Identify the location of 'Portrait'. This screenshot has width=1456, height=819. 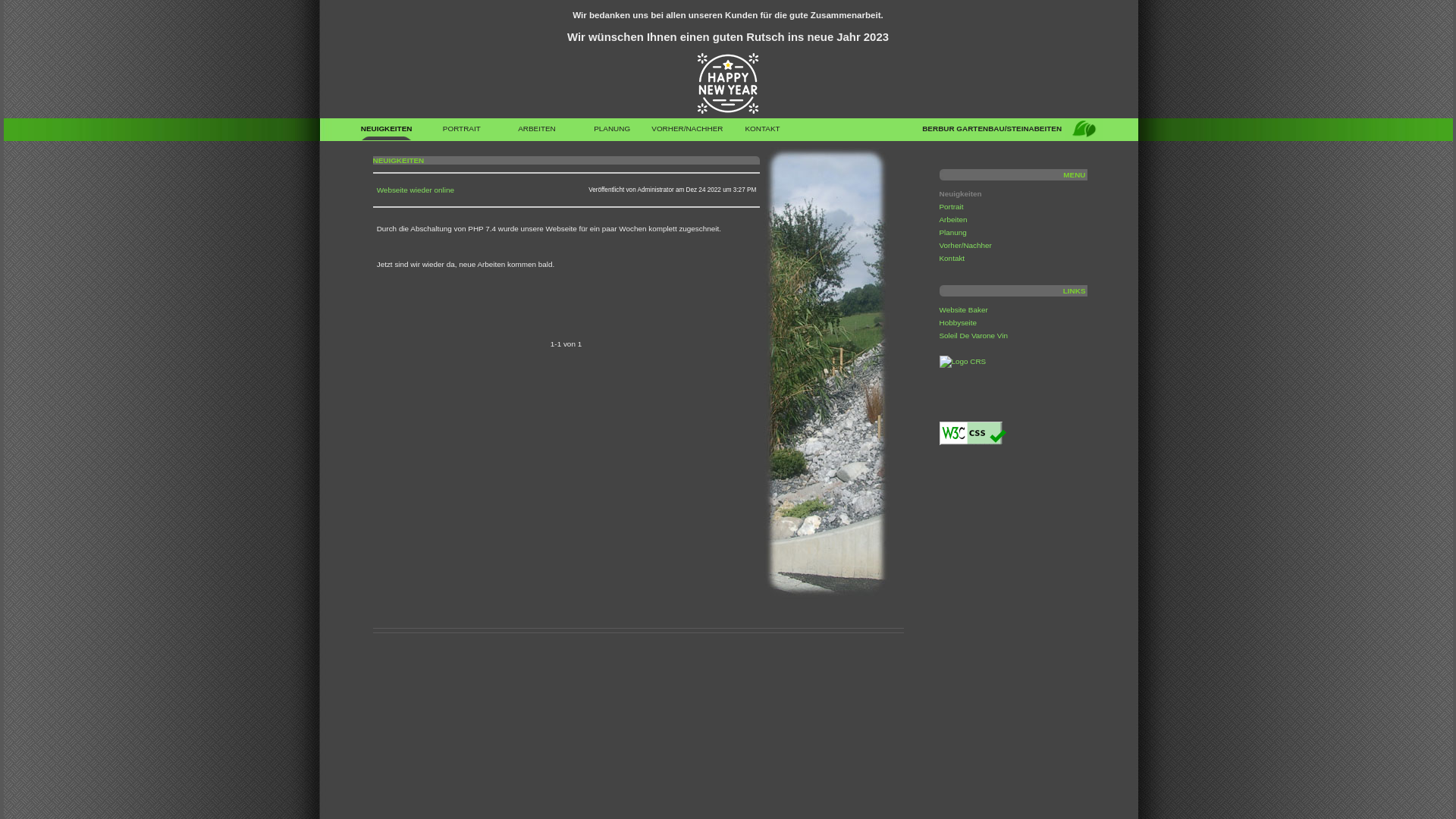
(949, 206).